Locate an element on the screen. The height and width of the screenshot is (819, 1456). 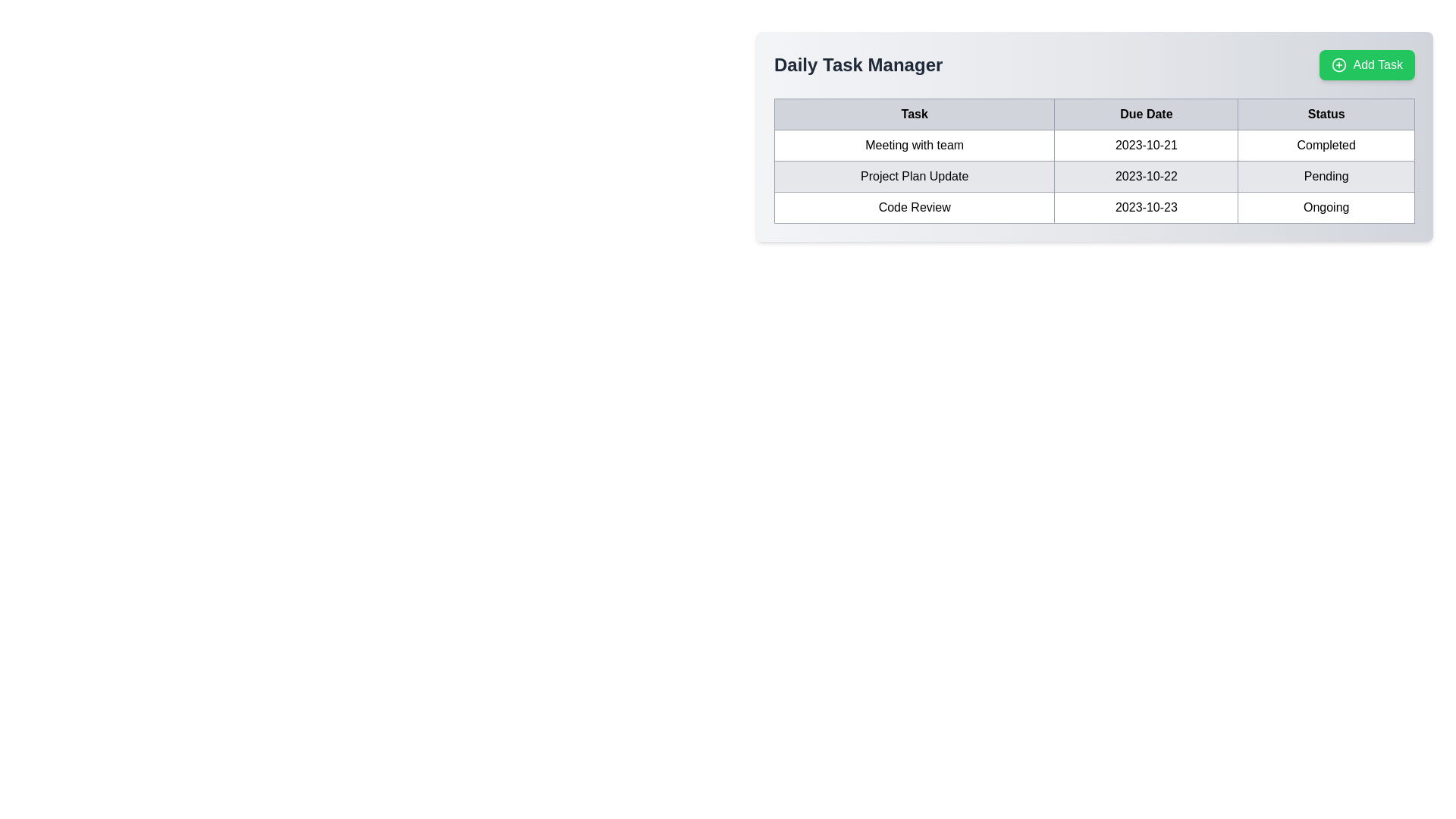
the non-interactive text label displaying the task name in the first column of the third row in the 'Daily Task Manager' table is located at coordinates (914, 207).